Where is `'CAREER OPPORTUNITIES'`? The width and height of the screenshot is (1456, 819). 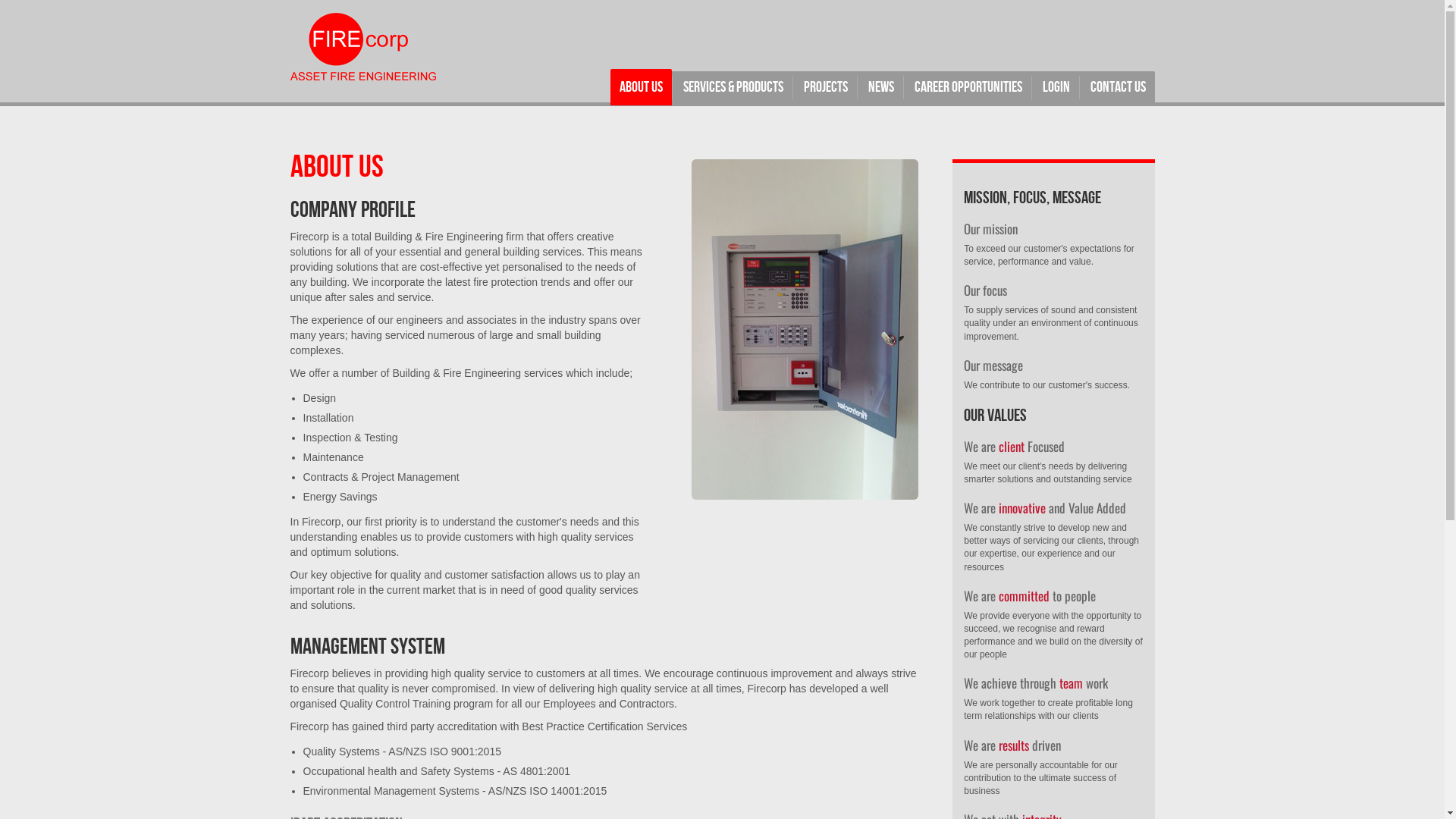 'CAREER OPPORTUNITIES' is located at coordinates (967, 87).